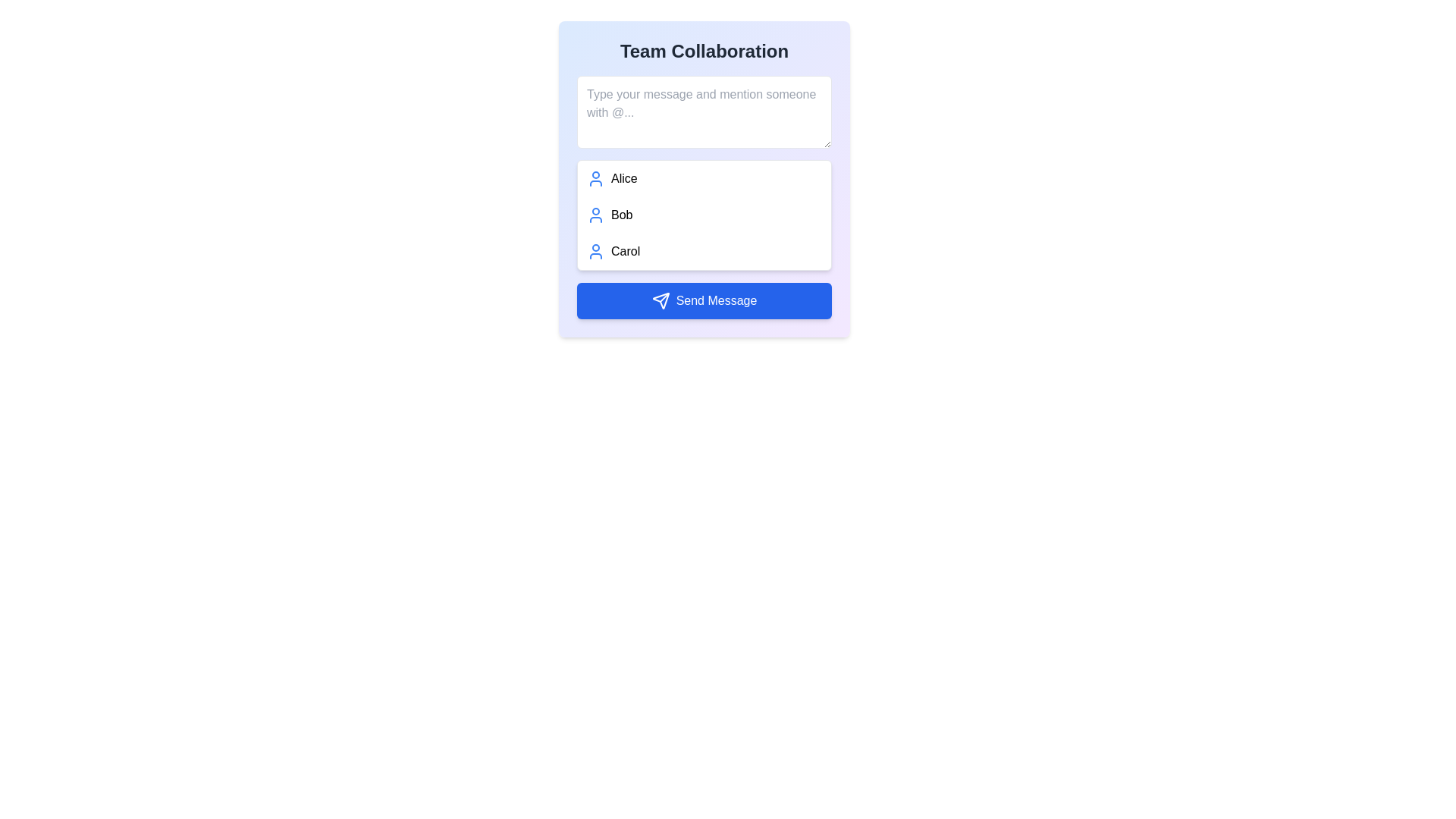  I want to click on the User Icon (SVG) representing the user named 'Carol', which is located in the third entry of the user options list, so click(595, 250).